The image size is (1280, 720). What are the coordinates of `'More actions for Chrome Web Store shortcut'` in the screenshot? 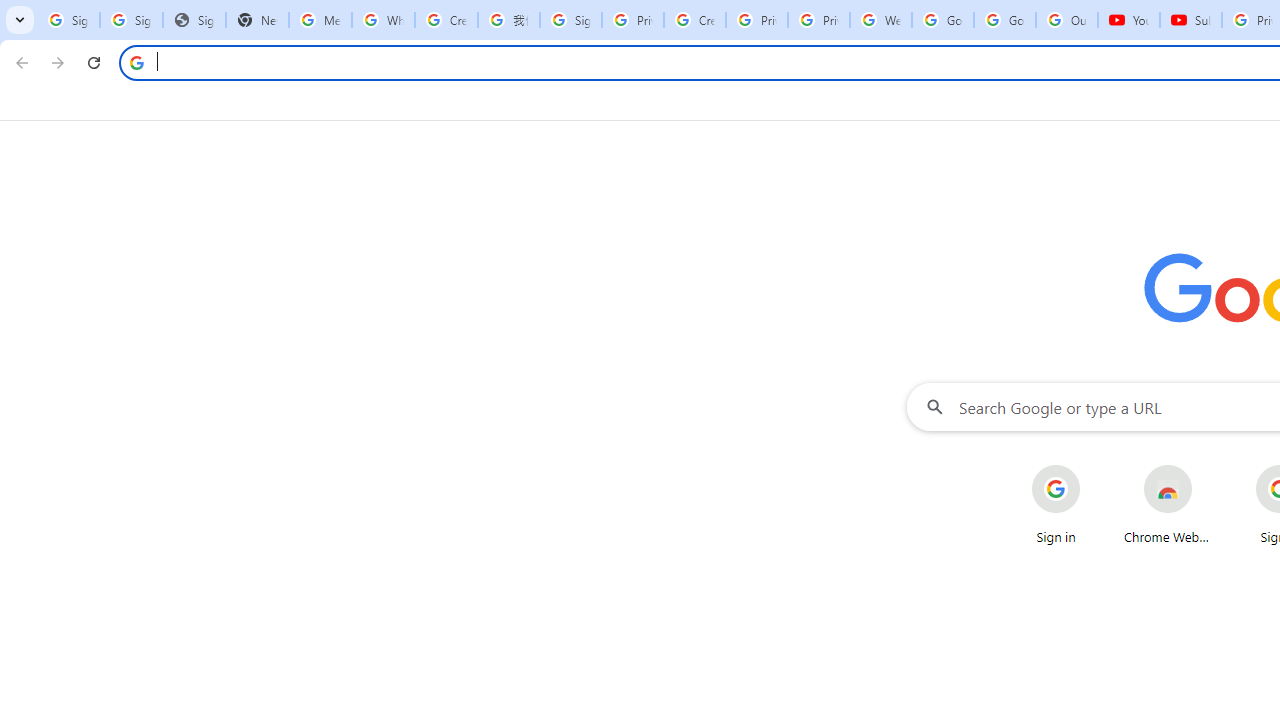 It's located at (1207, 466).